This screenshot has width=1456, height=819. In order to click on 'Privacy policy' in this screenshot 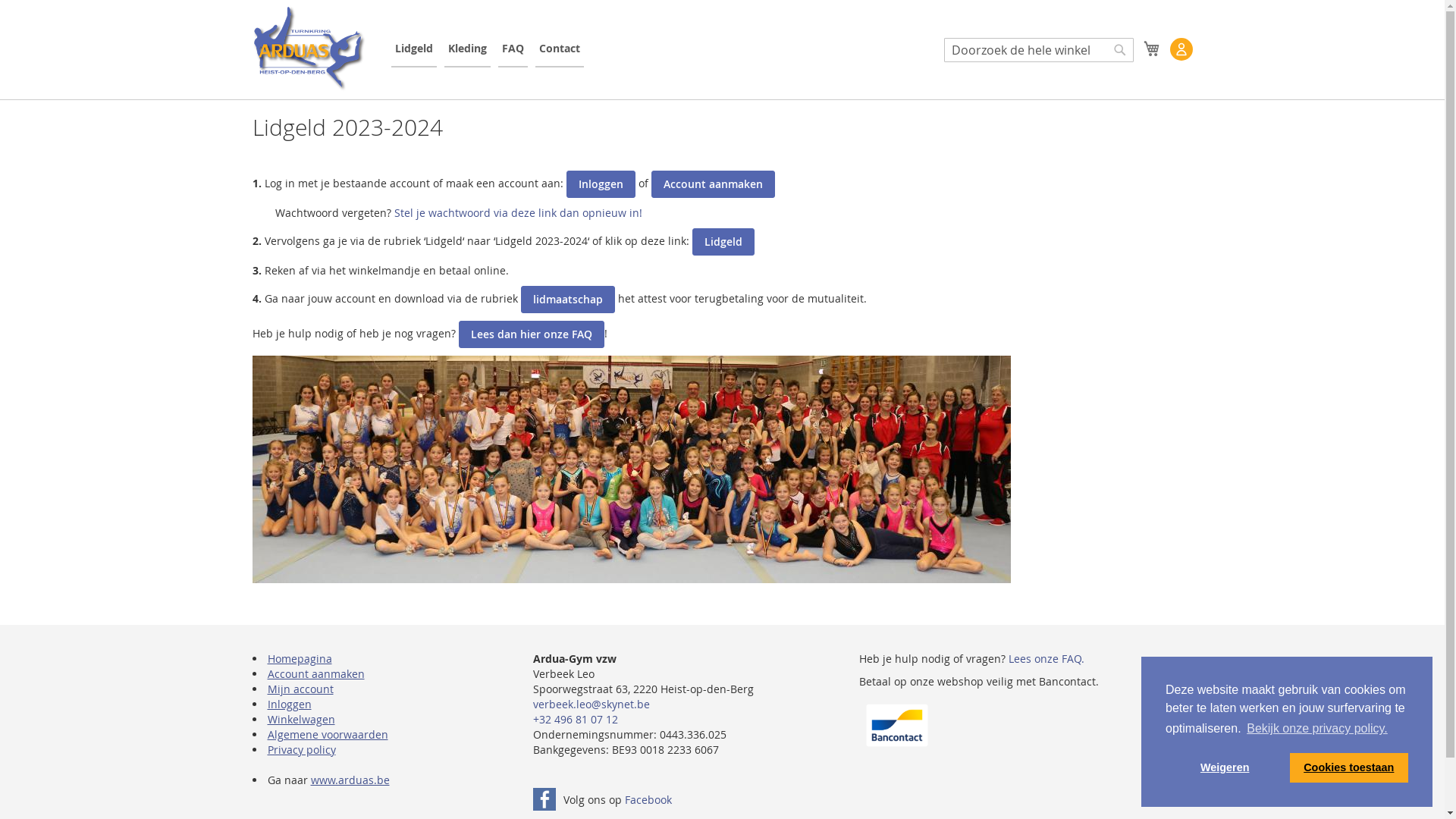, I will do `click(301, 748)`.